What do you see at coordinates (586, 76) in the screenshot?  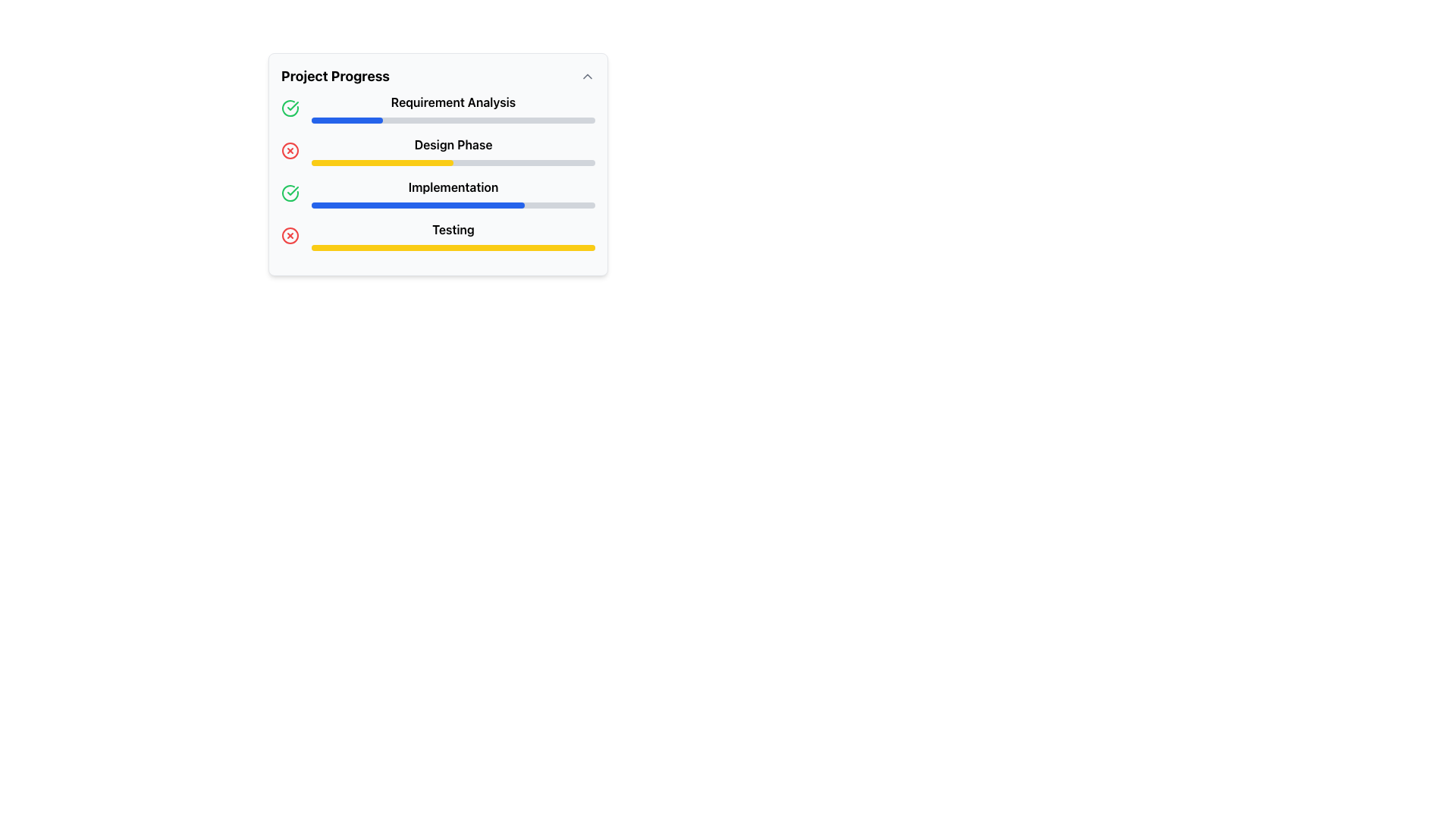 I see `the upward-pointing chevron icon button located to the far-right of the 'Project Progress' header` at bounding box center [586, 76].